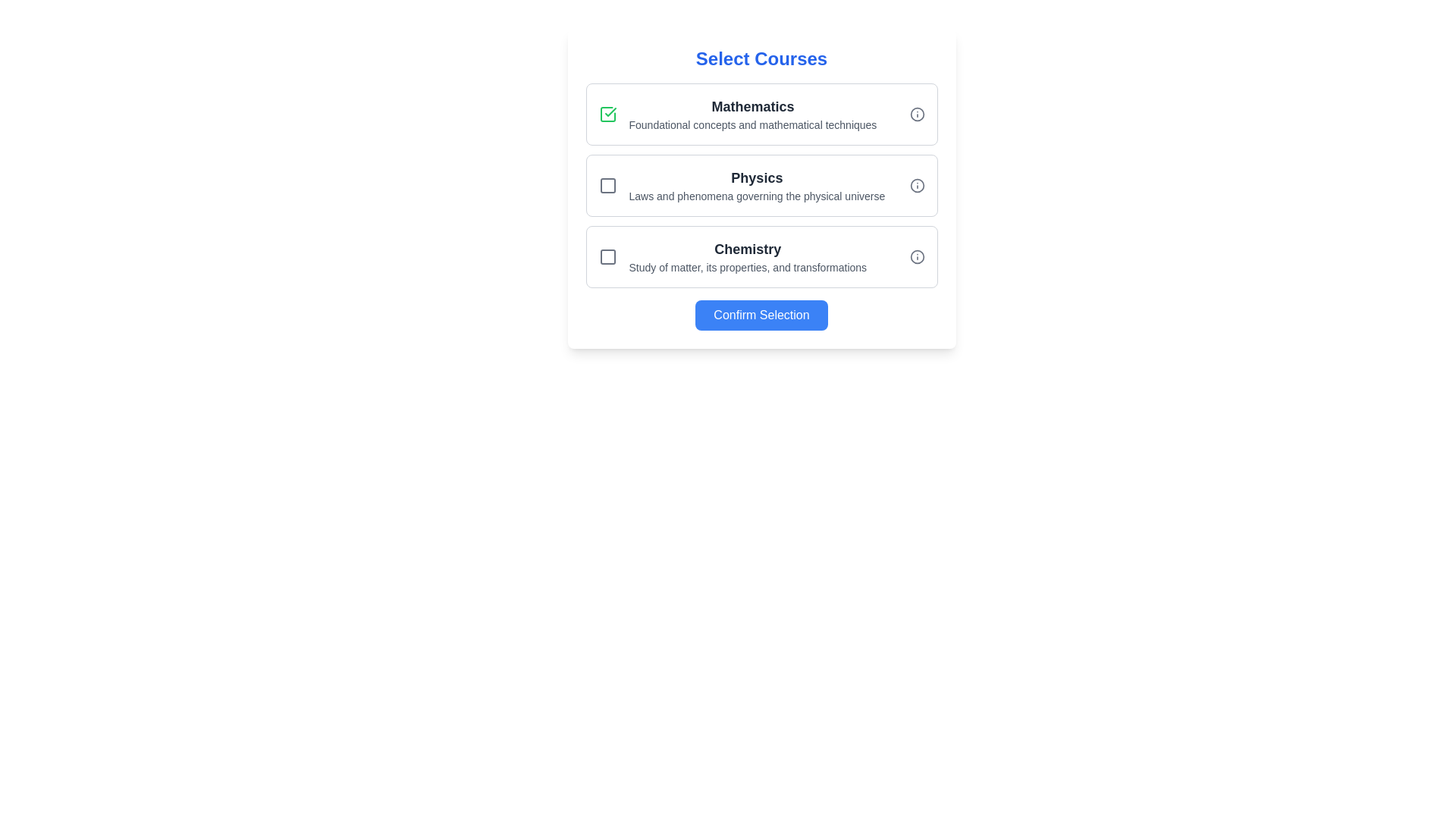  I want to click on the middle section of the vertical stack of interactive course elements, so click(761, 185).